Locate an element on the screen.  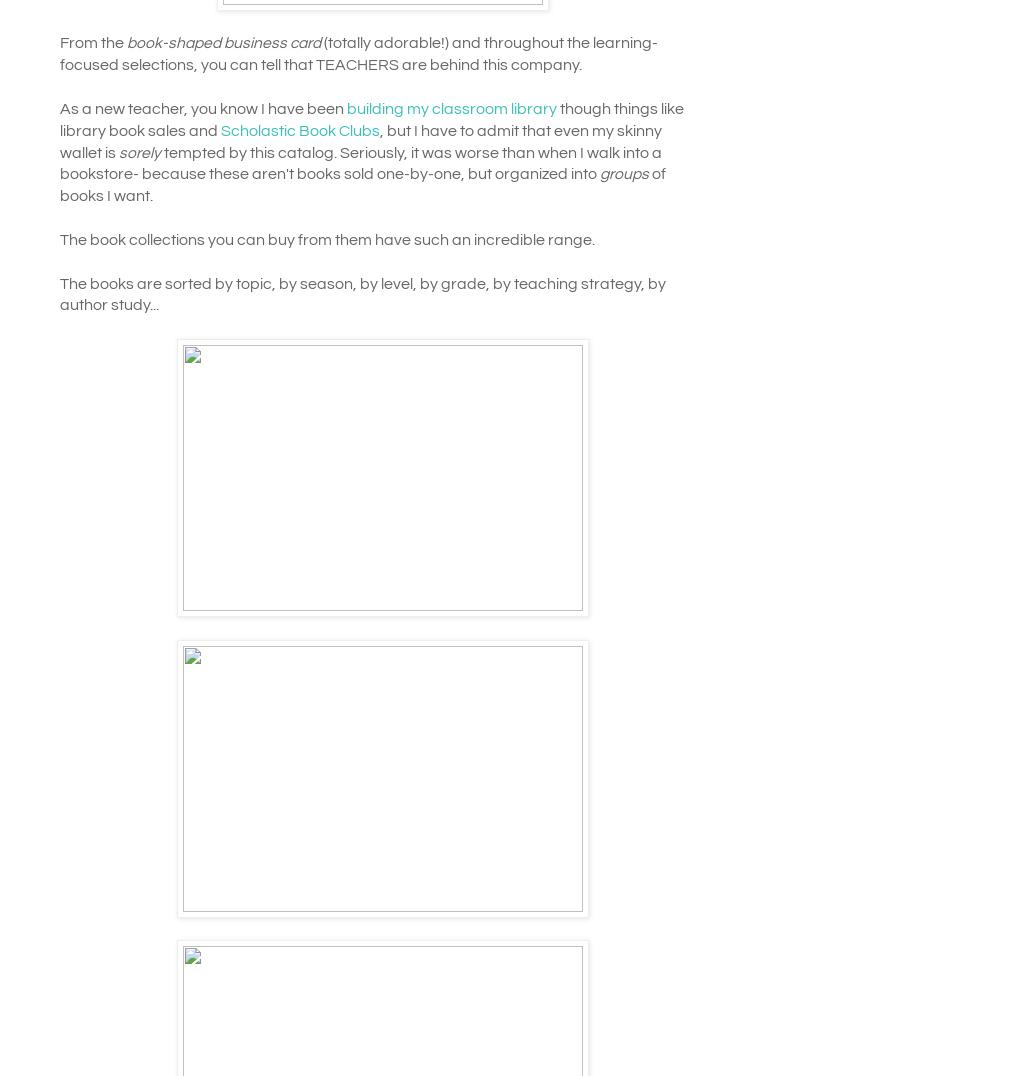
'of books I want.' is located at coordinates (361, 183).